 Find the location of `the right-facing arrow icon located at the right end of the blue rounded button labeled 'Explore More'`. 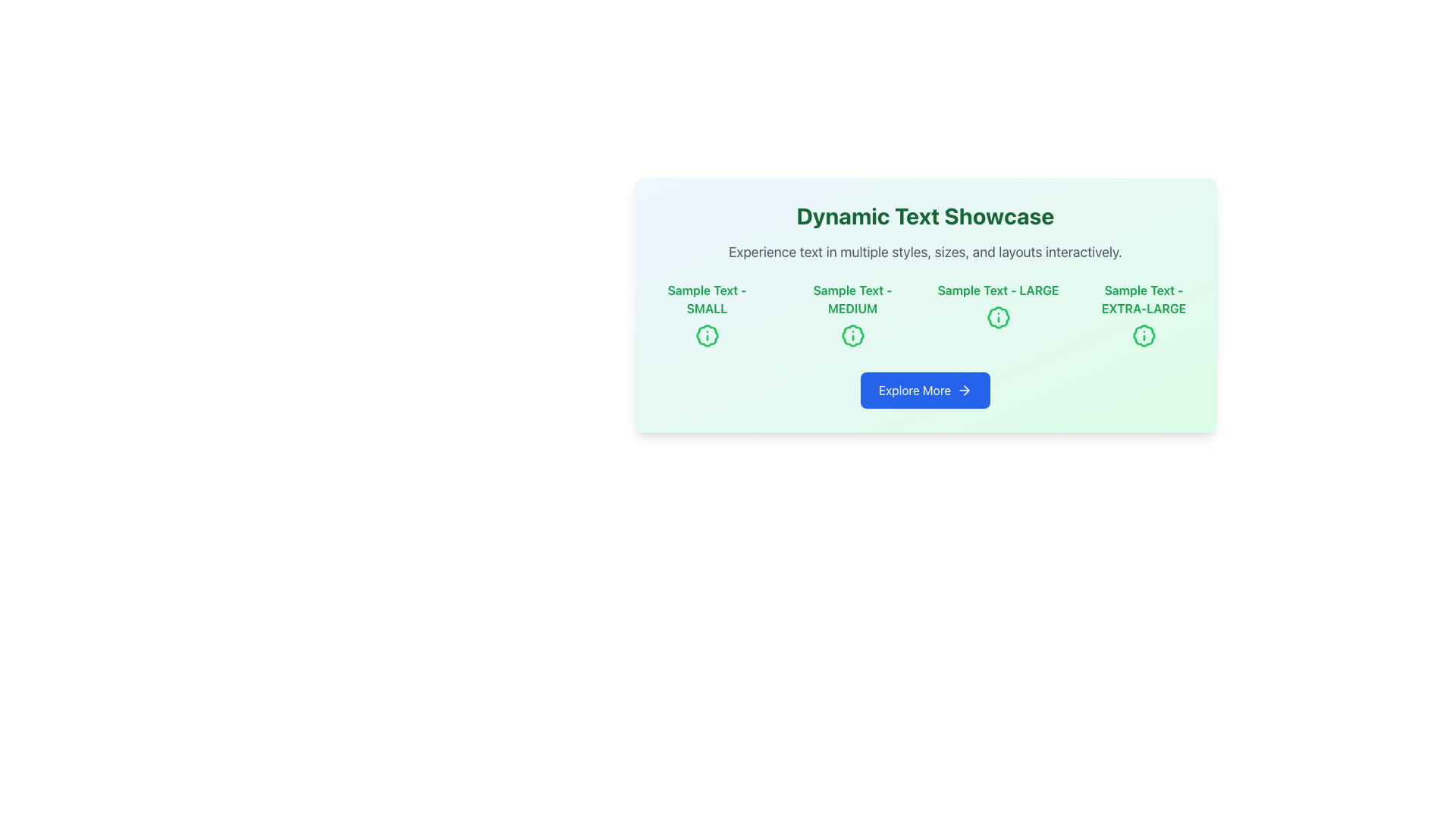

the right-facing arrow icon located at the right end of the blue rounded button labeled 'Explore More' is located at coordinates (964, 390).